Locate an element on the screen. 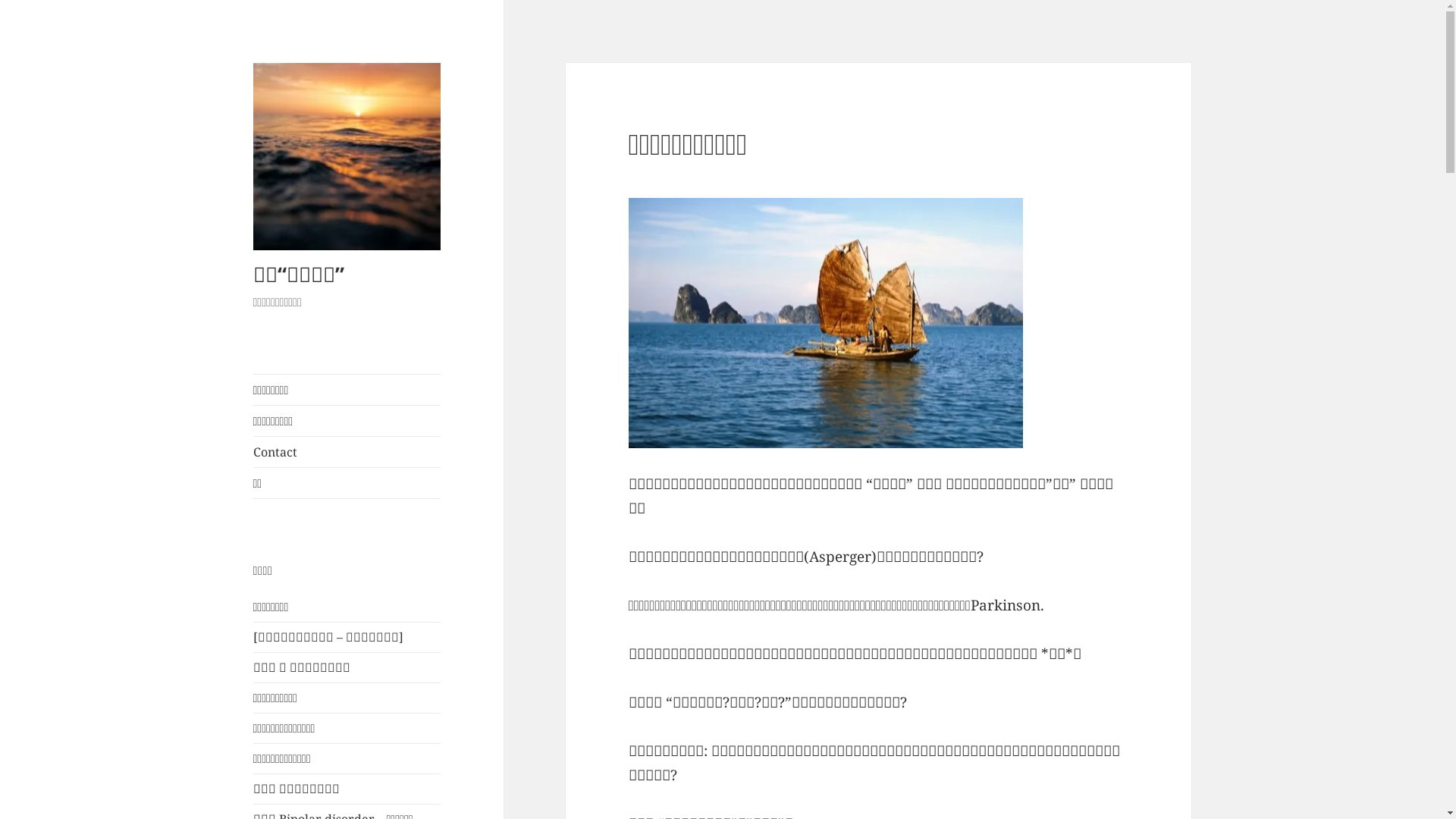  'Contact' is located at coordinates (253, 451).